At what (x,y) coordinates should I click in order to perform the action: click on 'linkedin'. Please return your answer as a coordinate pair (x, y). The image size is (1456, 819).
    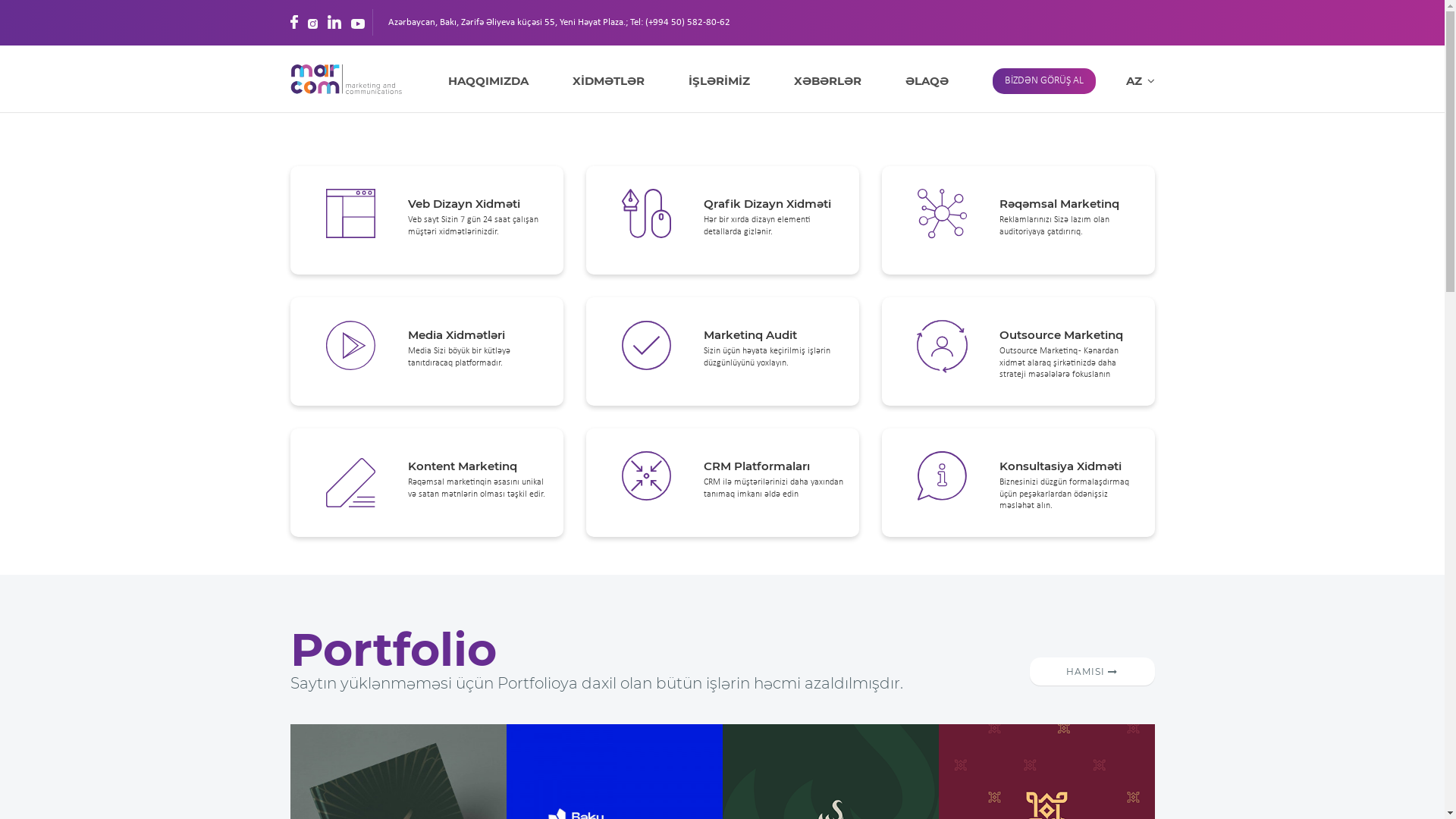
    Looking at the image, I should click on (334, 22).